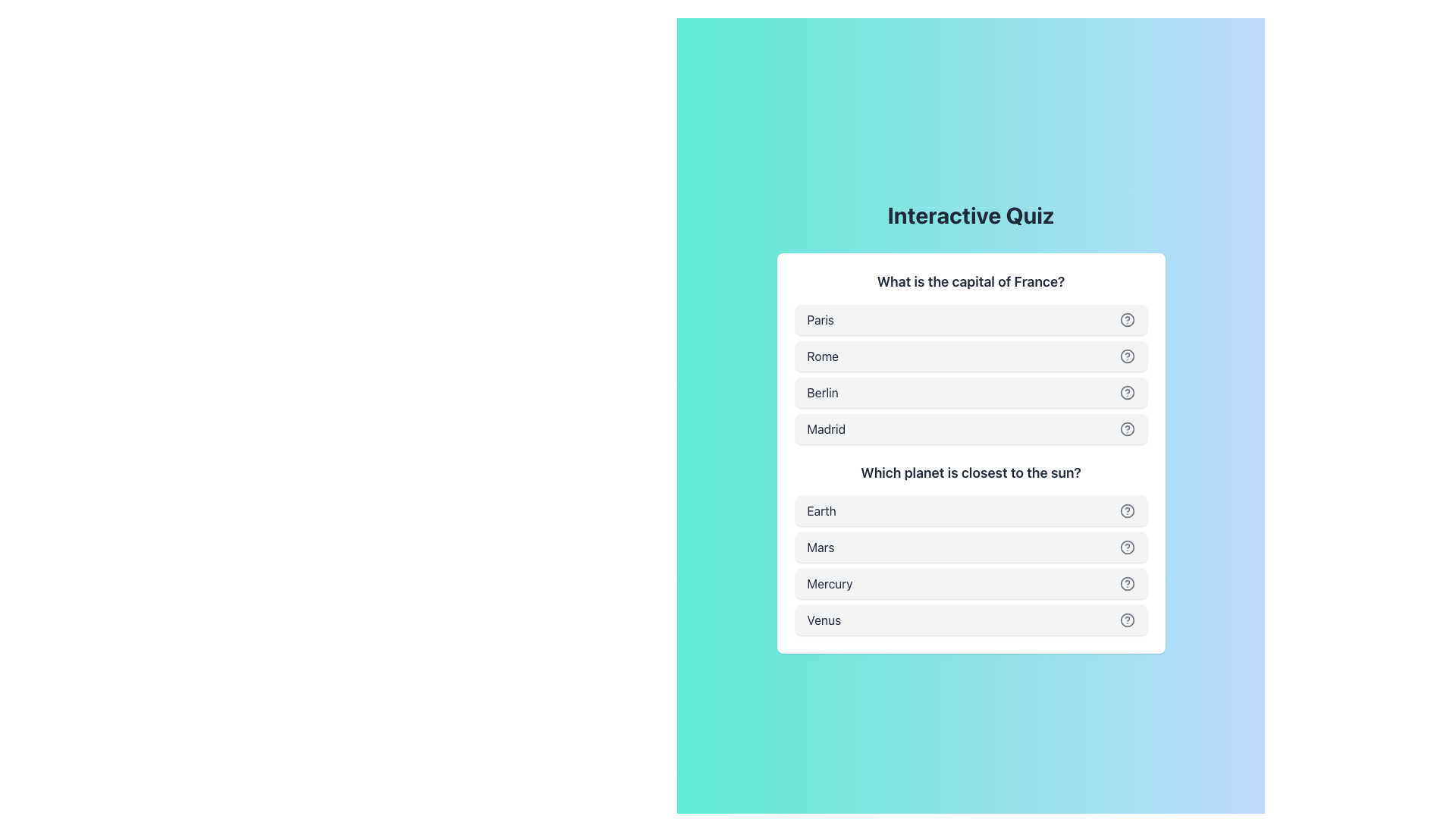 The width and height of the screenshot is (1456, 819). What do you see at coordinates (1127, 620) in the screenshot?
I see `the informational icon component located at the bottom right corner of the final answer option 'Venus' for the question 'Which planet is closest to the sun?'` at bounding box center [1127, 620].